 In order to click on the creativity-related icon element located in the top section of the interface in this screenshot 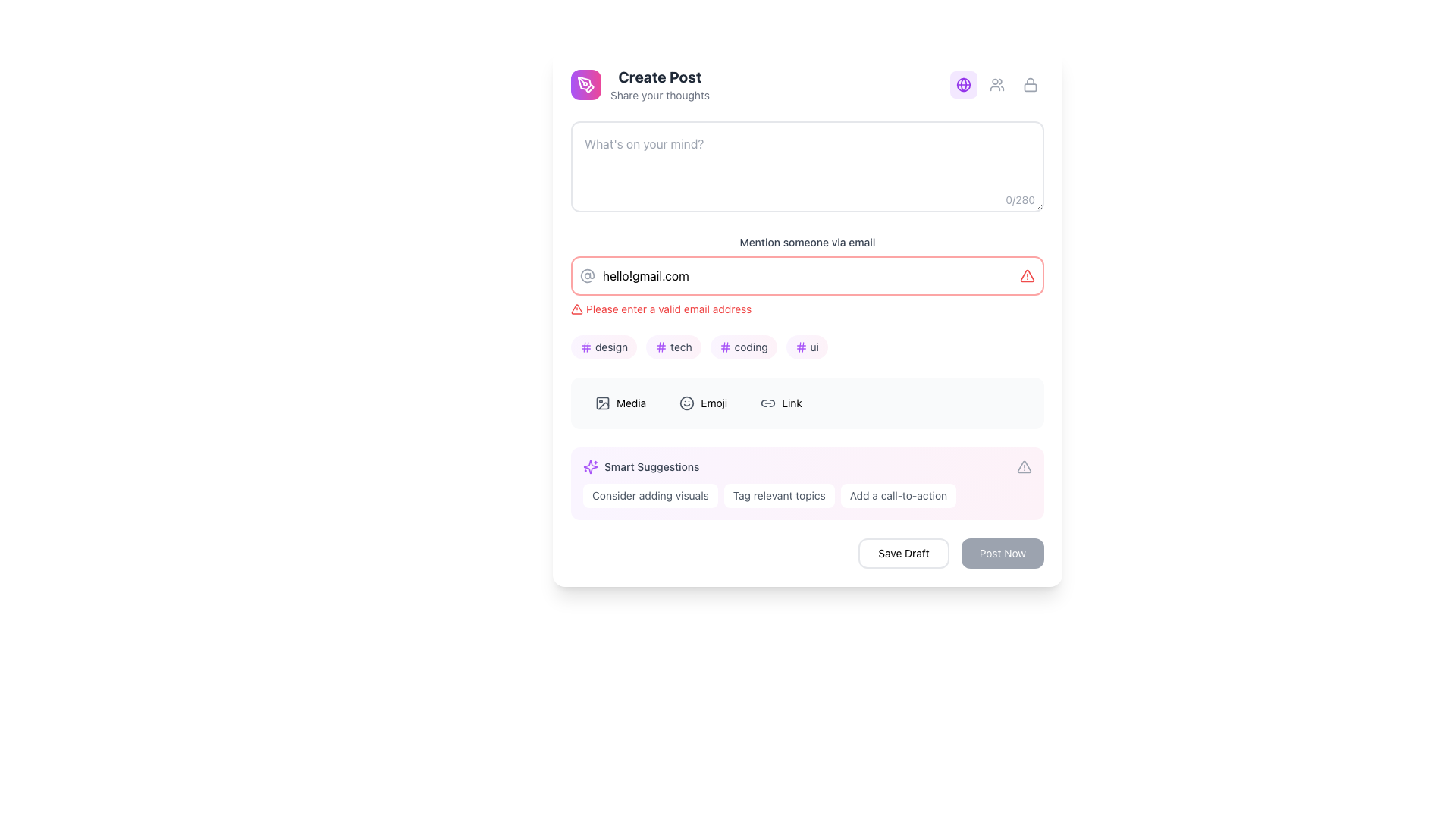, I will do `click(585, 84)`.